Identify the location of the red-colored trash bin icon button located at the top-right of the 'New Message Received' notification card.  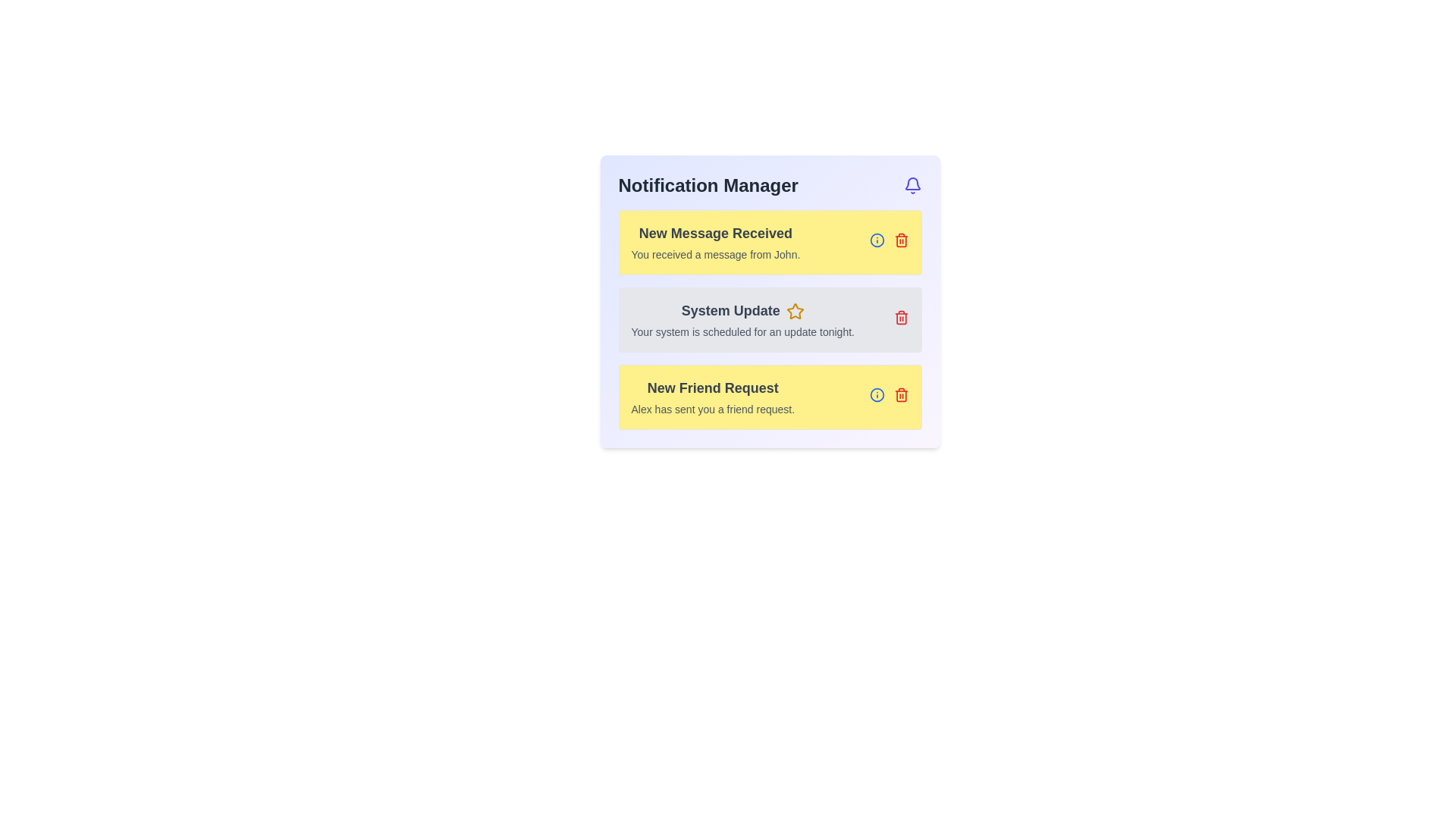
(901, 239).